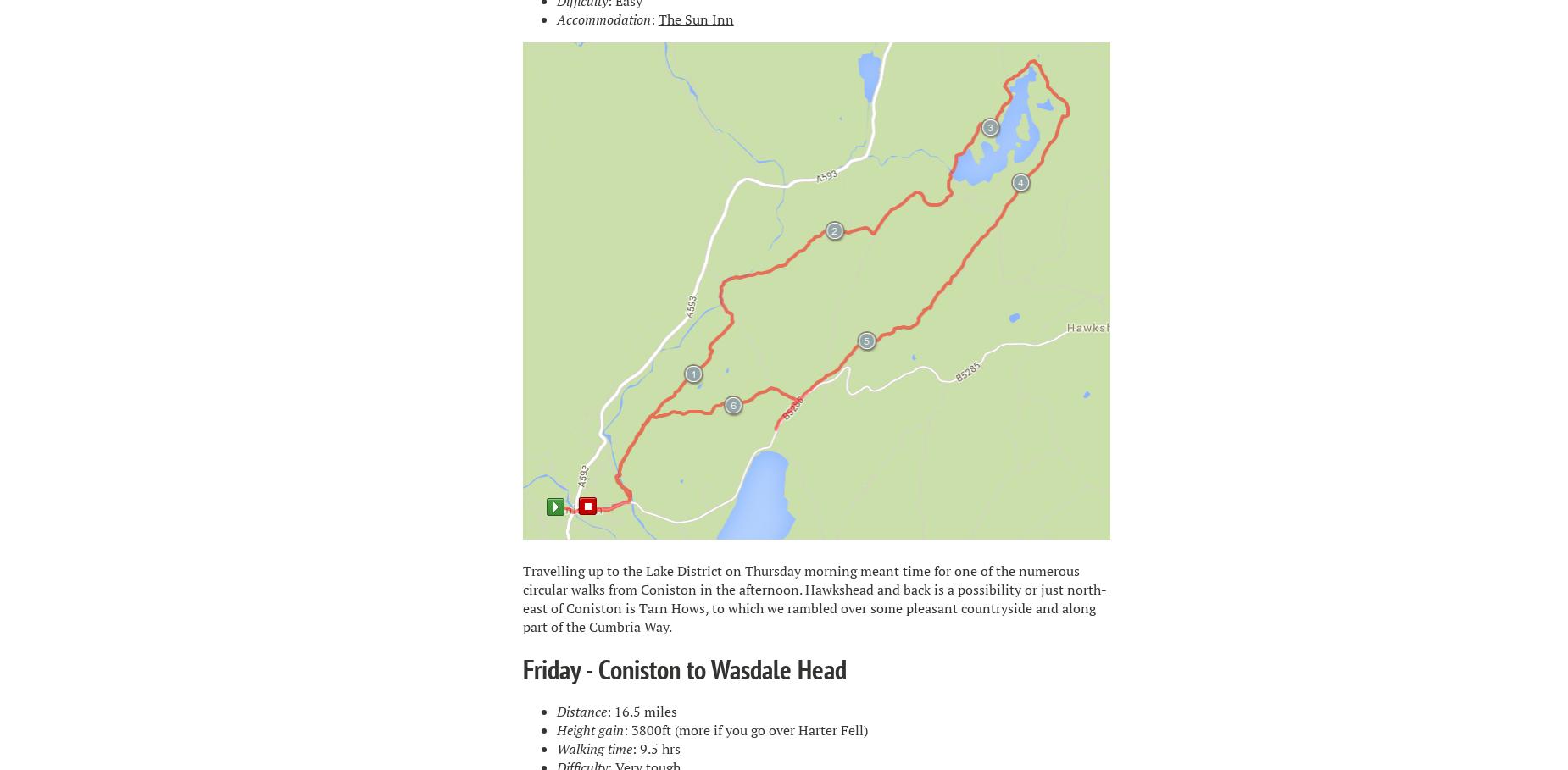 The width and height of the screenshot is (1568, 770). I want to click on 'Friday - Coniston to Wasdale Head', so click(683, 668).